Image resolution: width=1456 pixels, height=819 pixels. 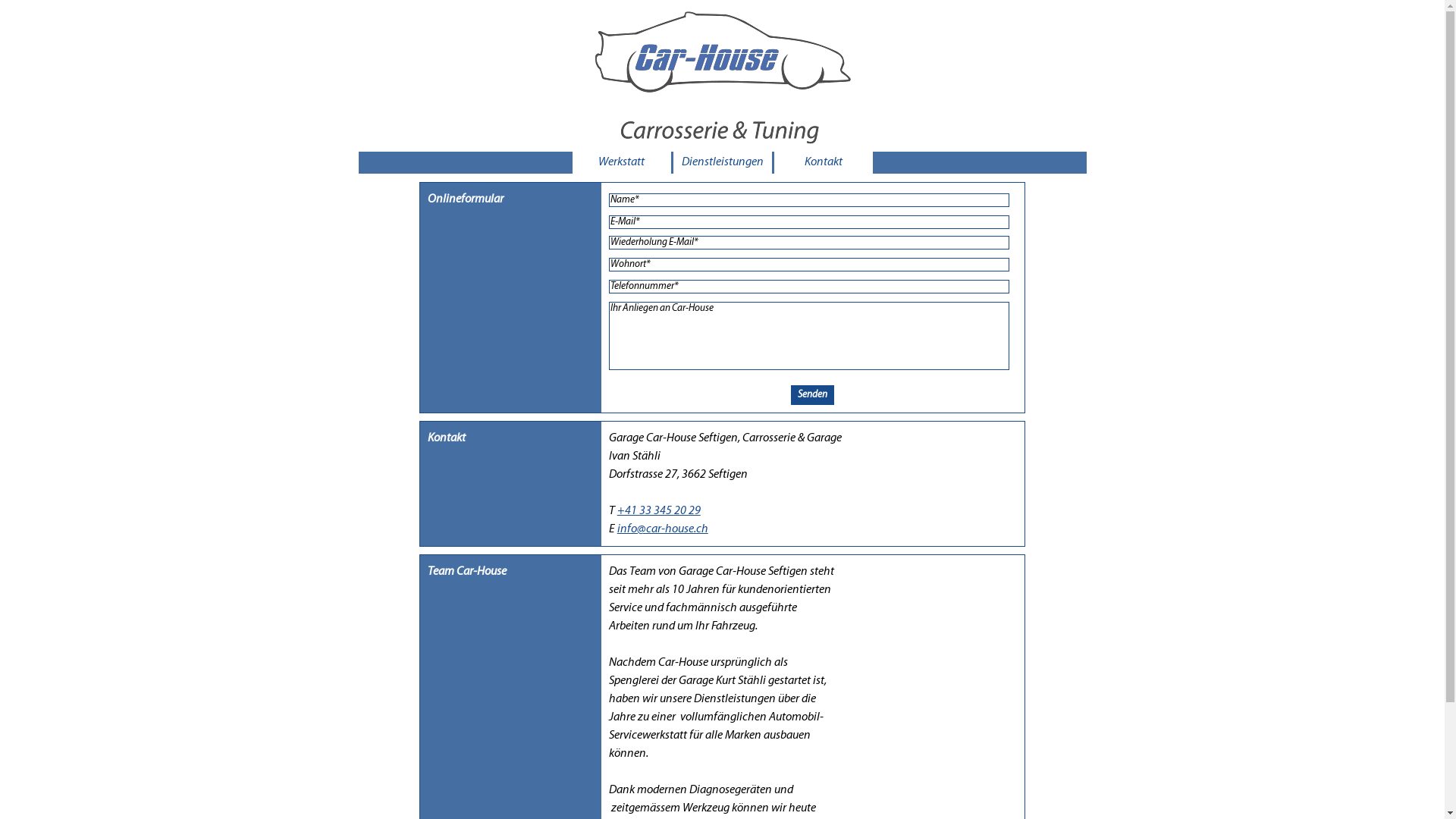 What do you see at coordinates (662, 529) in the screenshot?
I see `'info@car-house.ch'` at bounding box center [662, 529].